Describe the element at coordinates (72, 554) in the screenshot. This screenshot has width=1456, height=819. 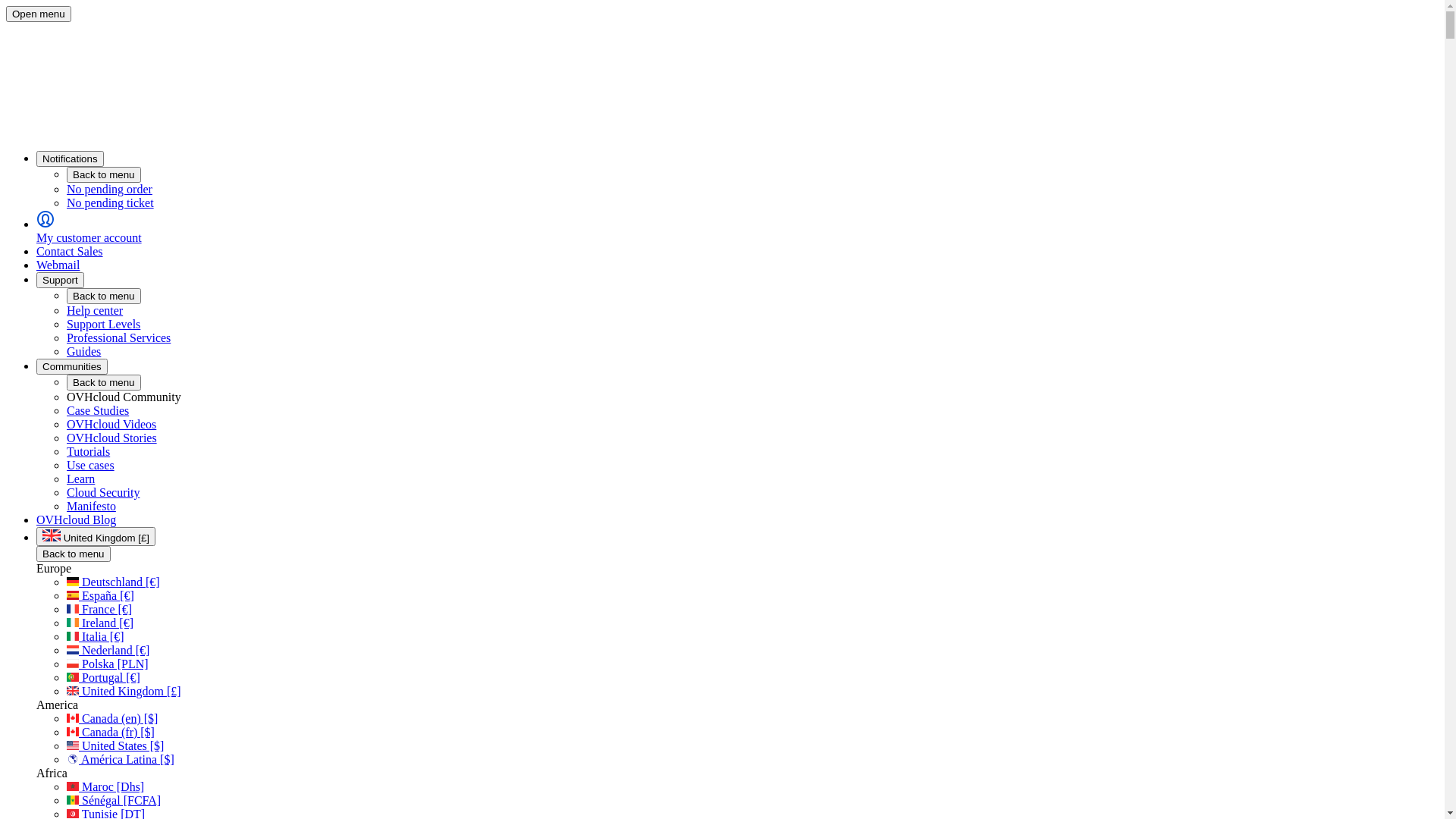
I see `'Back to menu'` at that location.